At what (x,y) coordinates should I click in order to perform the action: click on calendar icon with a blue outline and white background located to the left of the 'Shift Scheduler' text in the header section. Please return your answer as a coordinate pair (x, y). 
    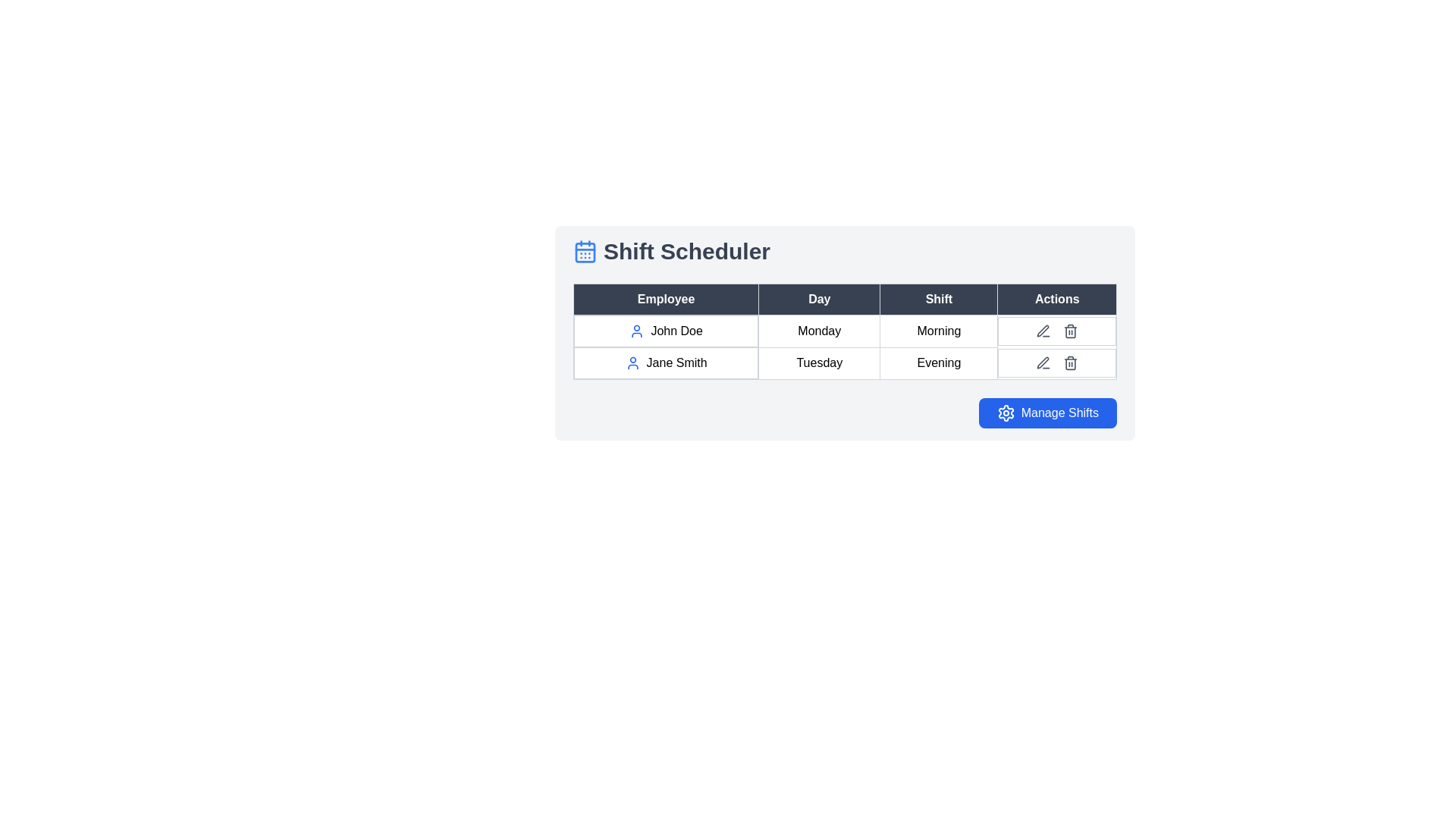
    Looking at the image, I should click on (585, 250).